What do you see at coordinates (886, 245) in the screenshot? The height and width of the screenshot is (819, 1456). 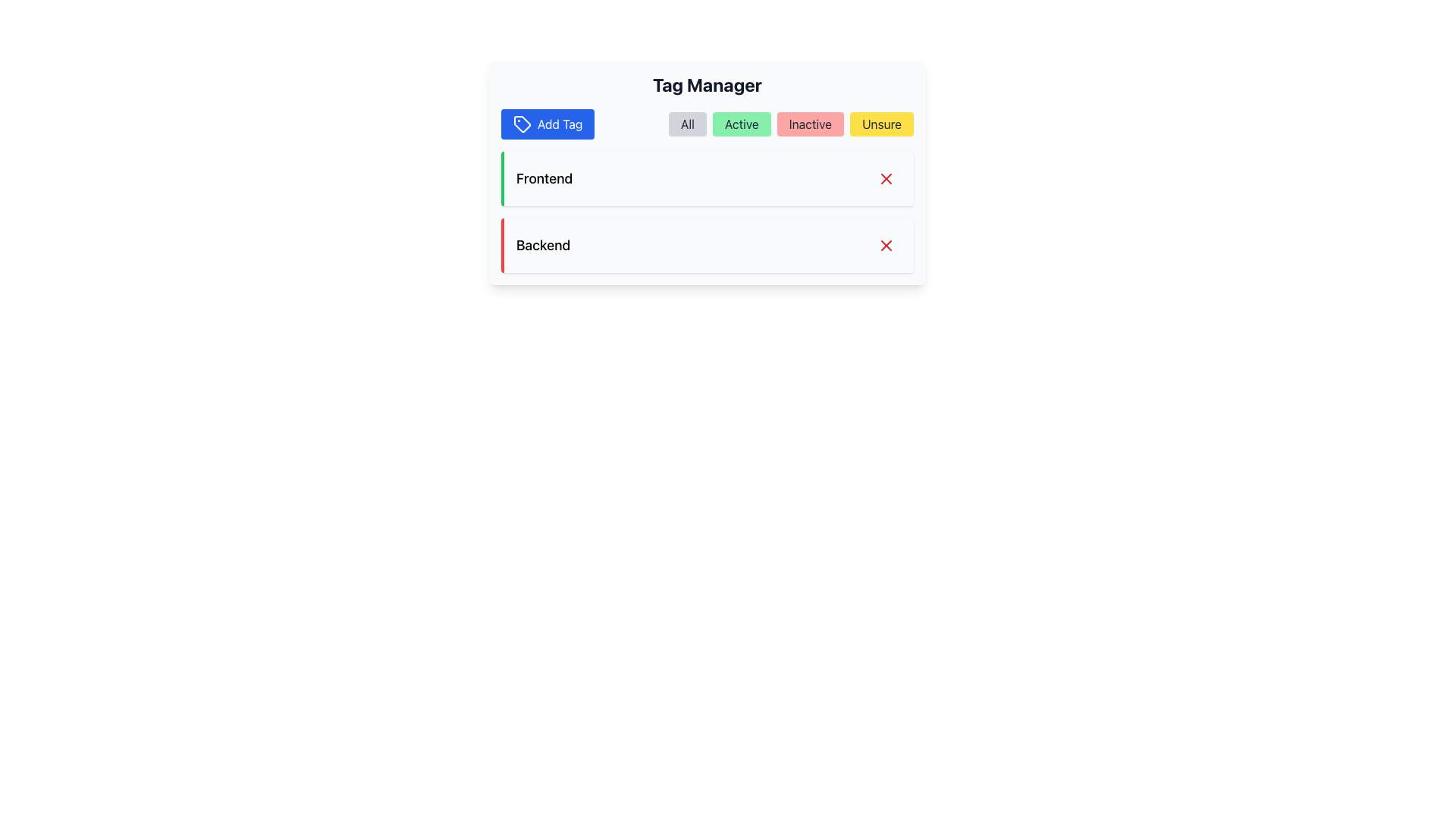 I see `the delete or close button located on the far-right of the row labeled 'Backend' to potentially see a tooltip` at bounding box center [886, 245].